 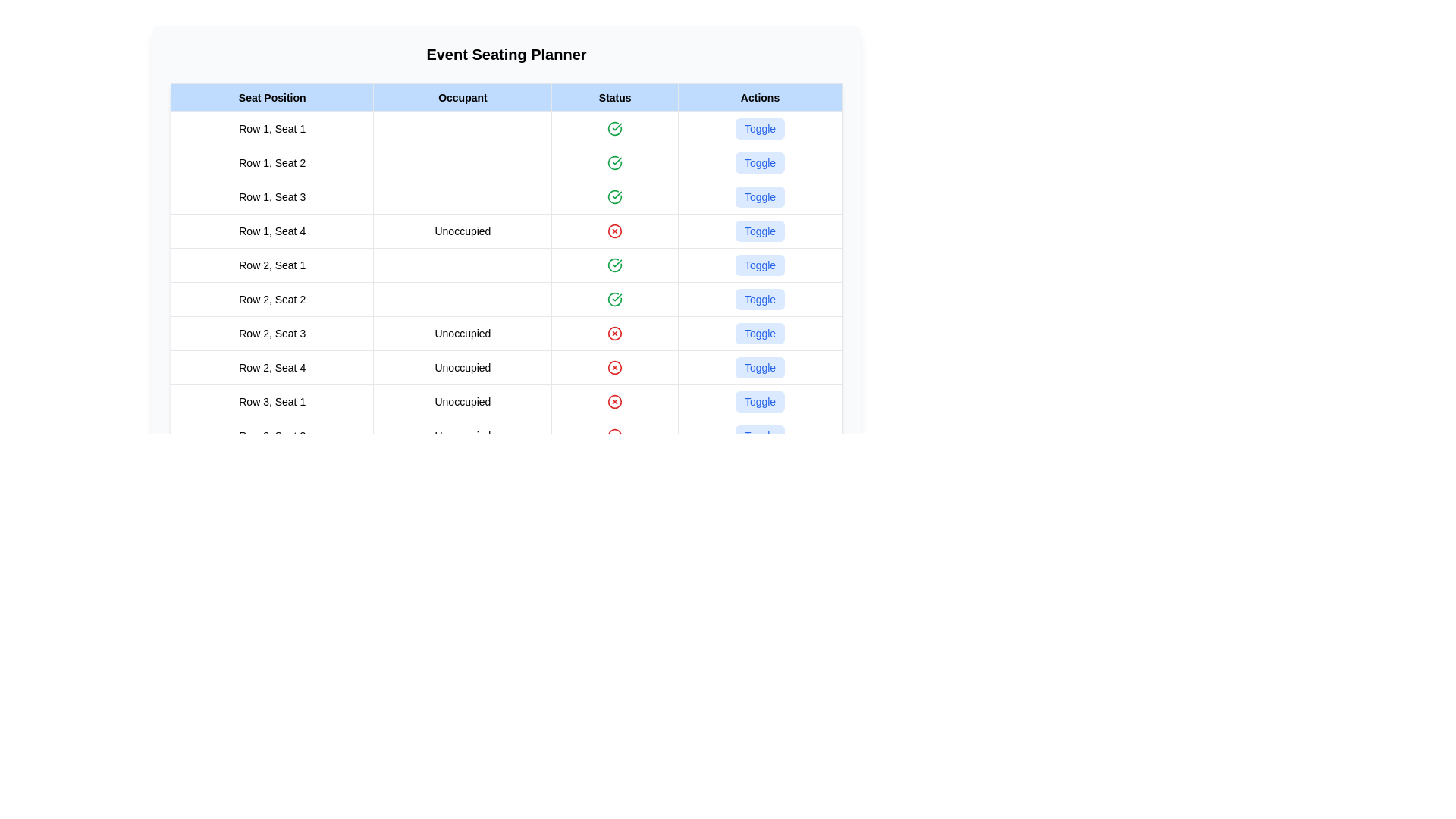 I want to click on the 'Toggle' button styled with a blue appearance located in the last row of the 'Actions' column in the table layout, so click(x=760, y=469).